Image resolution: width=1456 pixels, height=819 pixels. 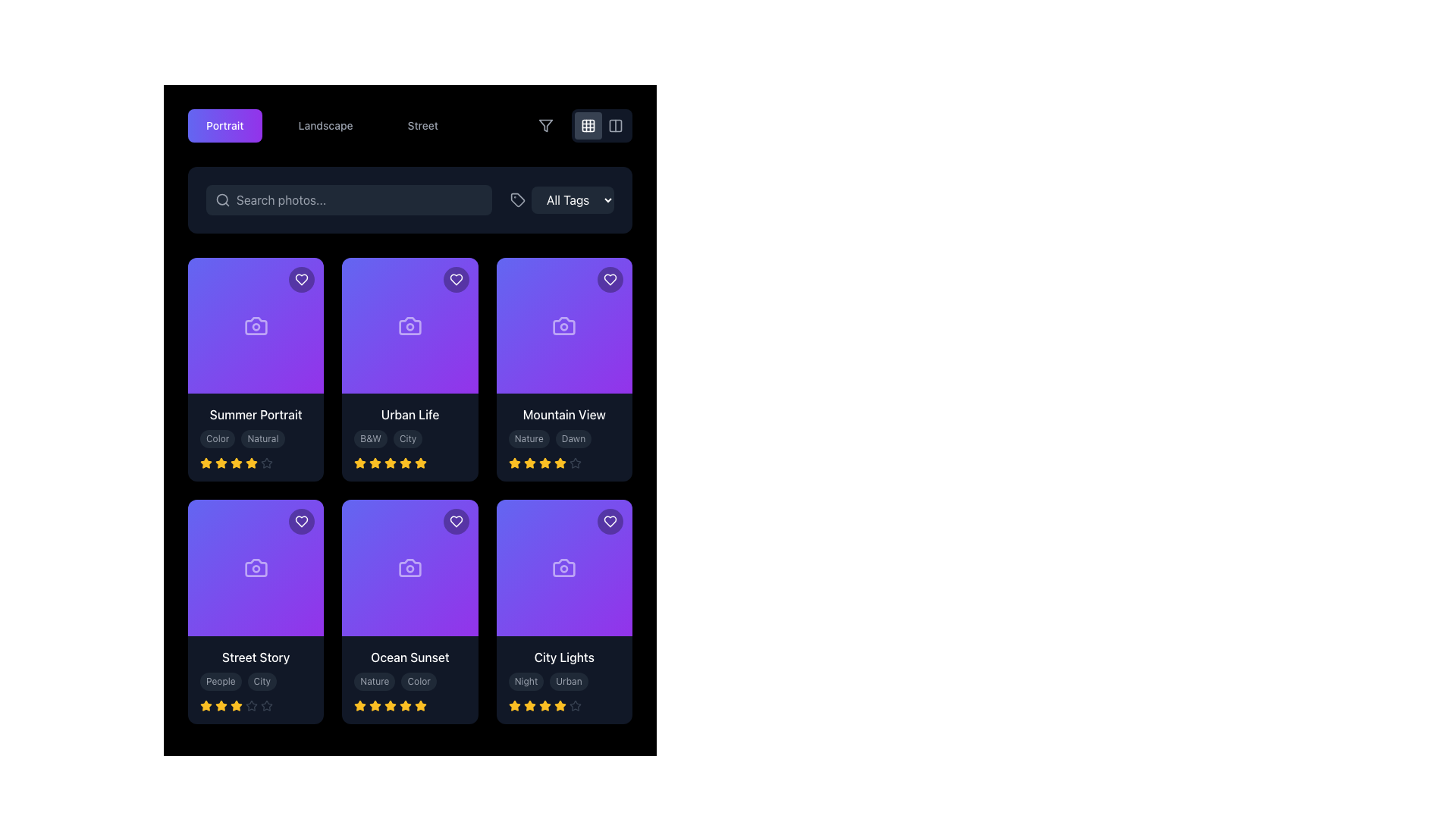 What do you see at coordinates (221, 199) in the screenshot?
I see `the decorative circular SVG shape representing the search functionality, located in the top bar of the interface within the 'Search photos...' input box` at bounding box center [221, 199].